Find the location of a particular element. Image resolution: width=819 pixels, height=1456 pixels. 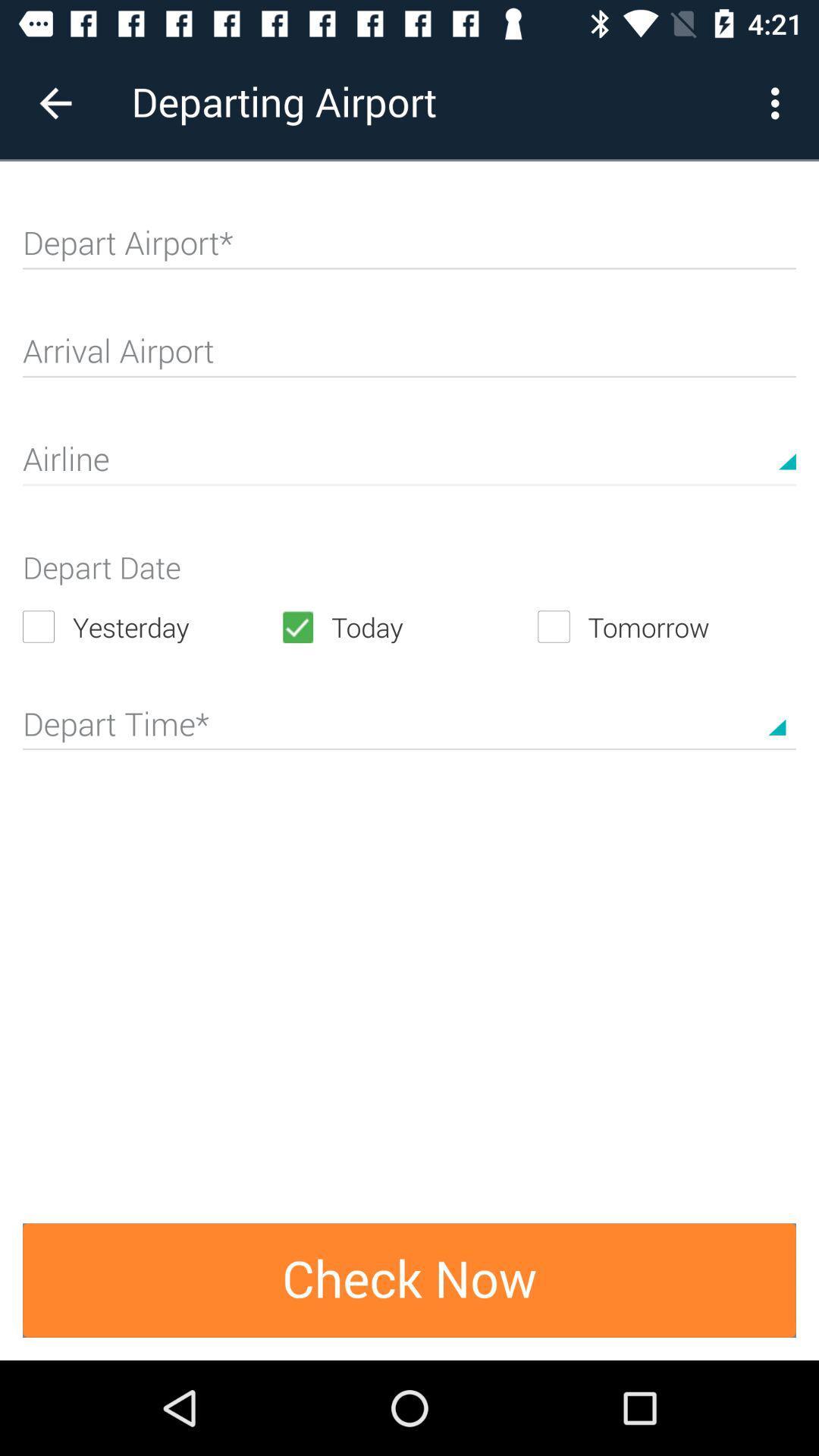

arrival airport is located at coordinates (409, 356).